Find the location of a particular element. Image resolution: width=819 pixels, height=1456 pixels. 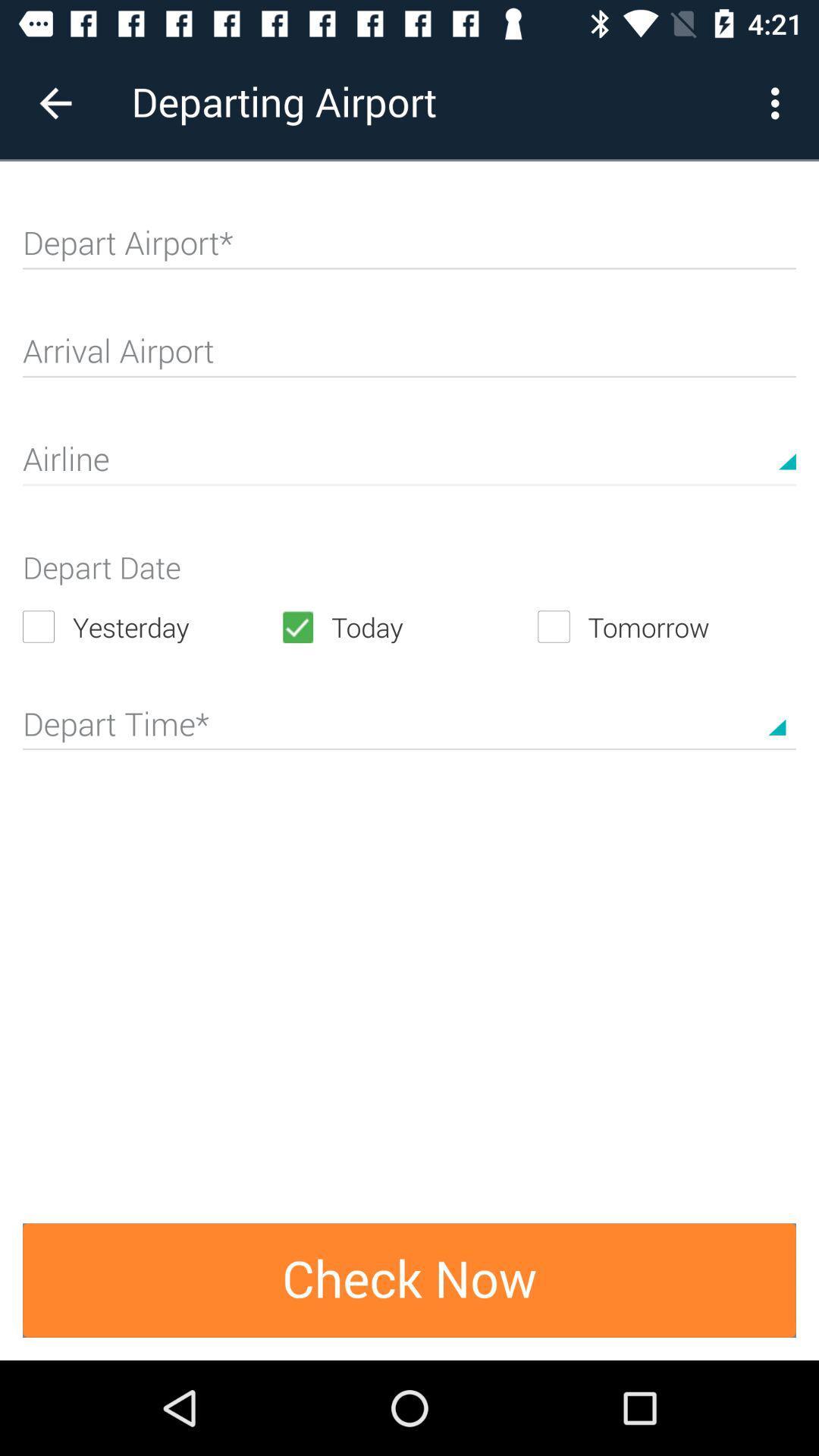

arrival airport is located at coordinates (409, 356).